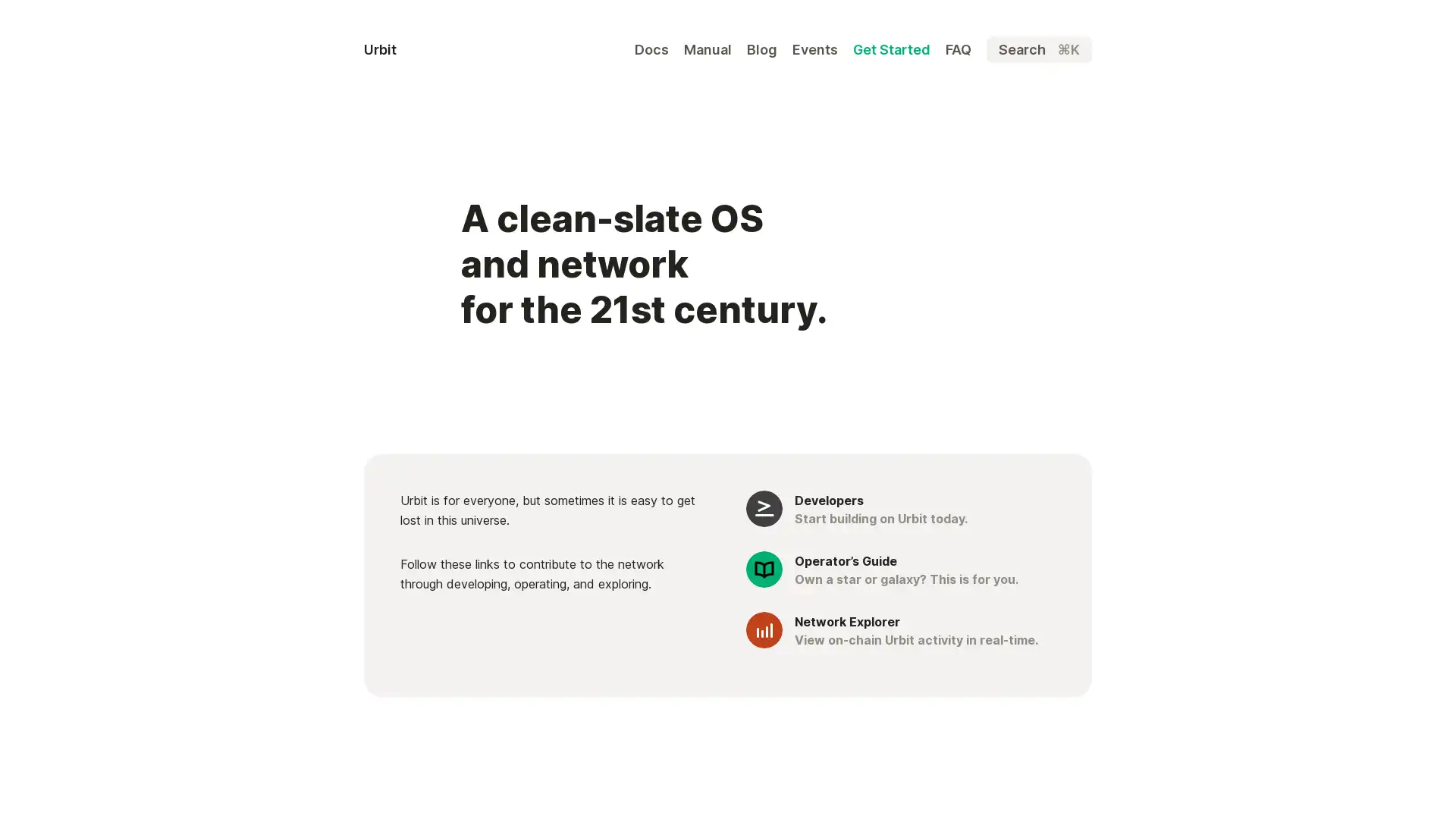 The width and height of the screenshot is (1456, 819). I want to click on Search K, so click(1038, 49).